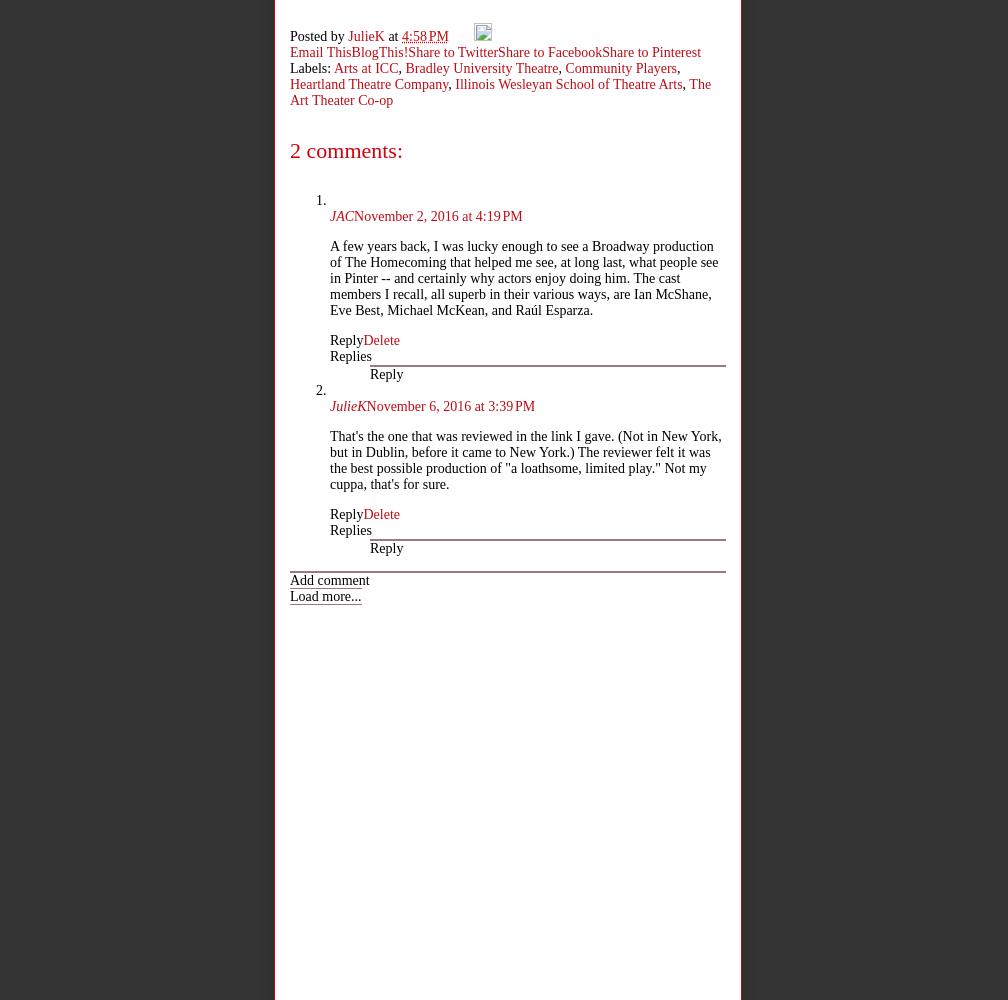  Describe the element at coordinates (568, 82) in the screenshot. I see `'Illinois Wesleyan School of Theatre Arts'` at that location.